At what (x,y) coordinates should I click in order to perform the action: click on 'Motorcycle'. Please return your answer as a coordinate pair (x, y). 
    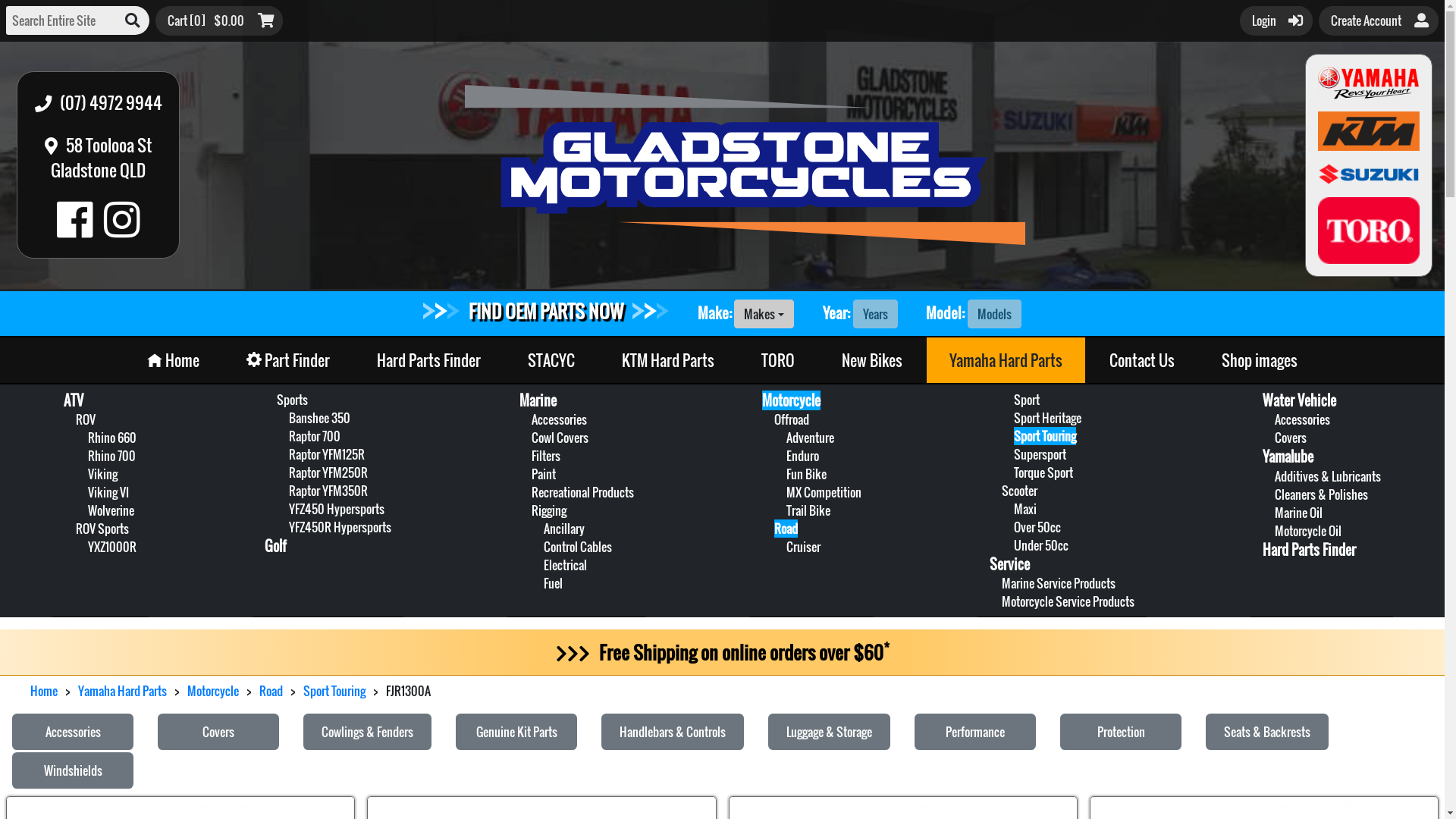
    Looking at the image, I should click on (212, 690).